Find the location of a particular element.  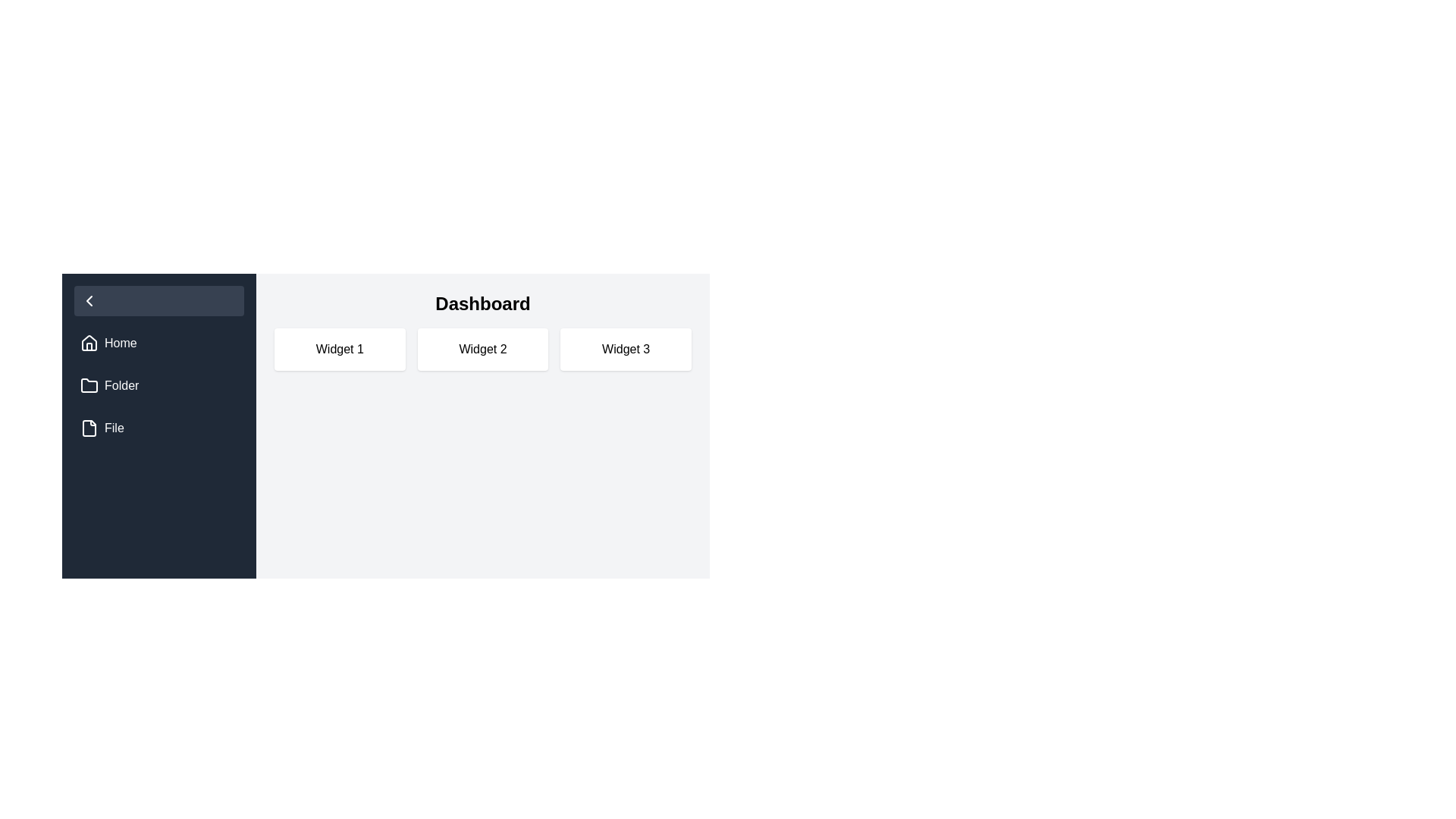

the Informational Box displaying 'Widget 1' by moving the cursor to its center point is located at coordinates (339, 350).